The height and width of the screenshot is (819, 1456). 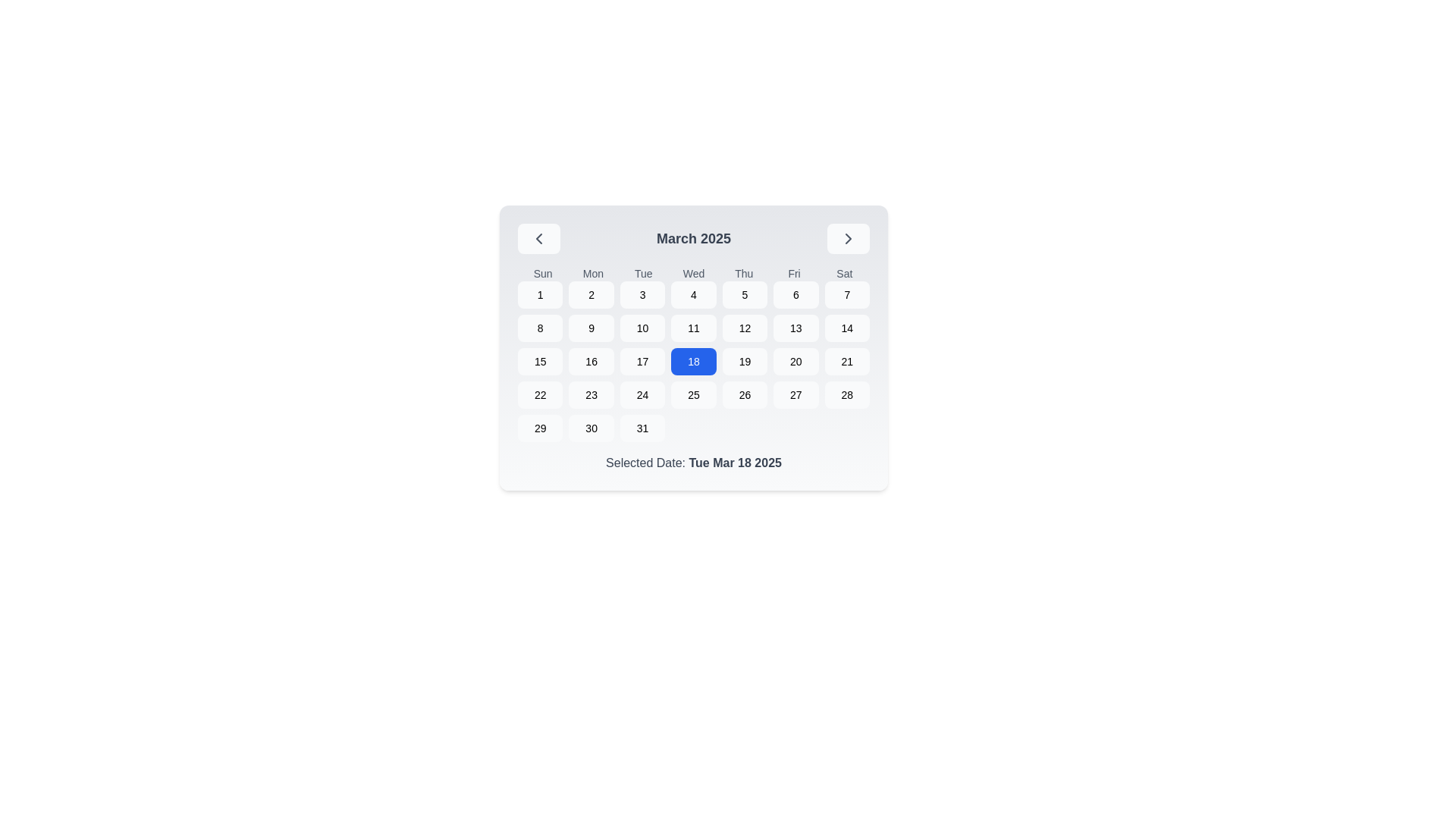 What do you see at coordinates (745, 295) in the screenshot?
I see `the selectable date button '5' in the calendar interface` at bounding box center [745, 295].